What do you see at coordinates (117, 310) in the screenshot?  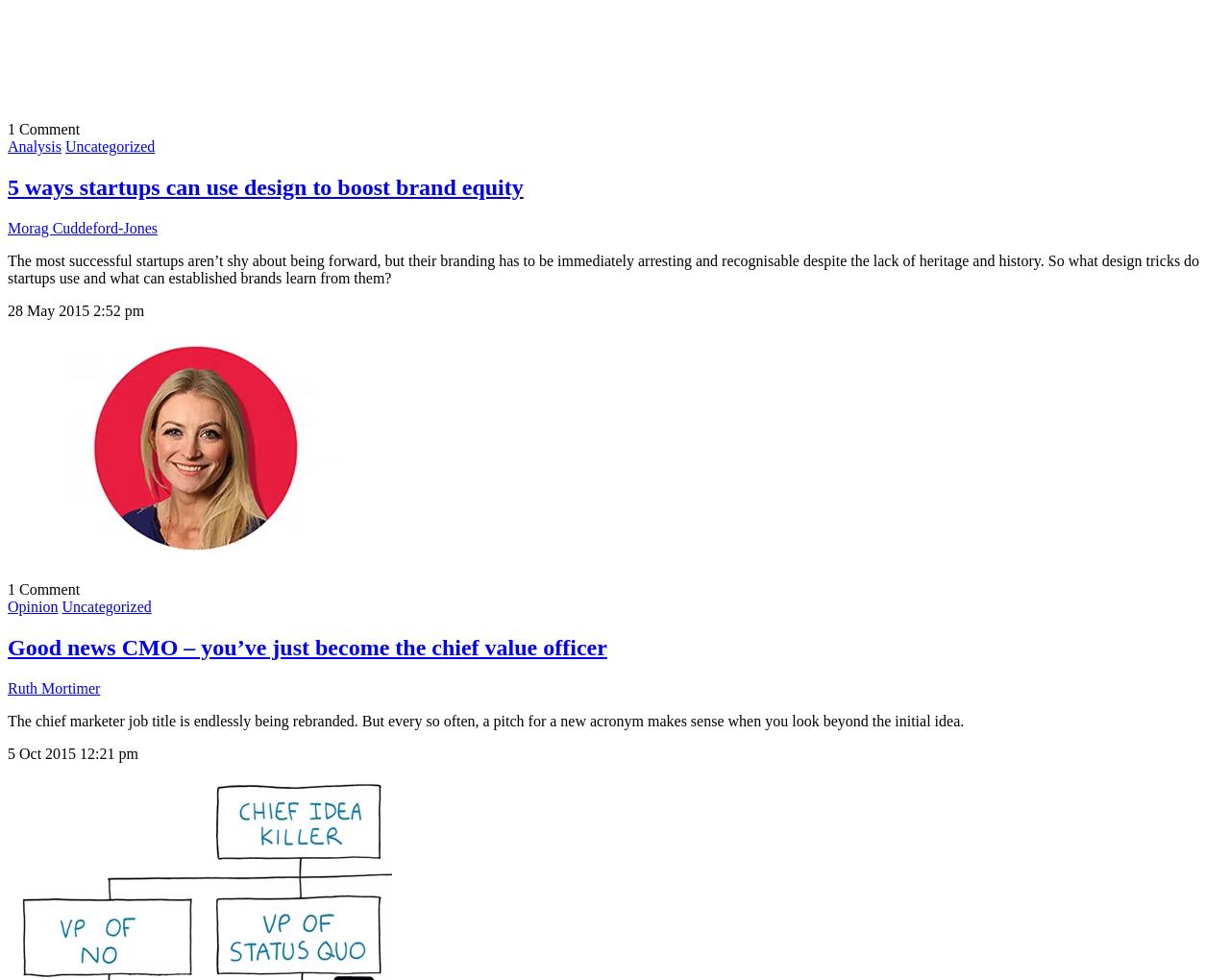 I see `'2:52 pm'` at bounding box center [117, 310].